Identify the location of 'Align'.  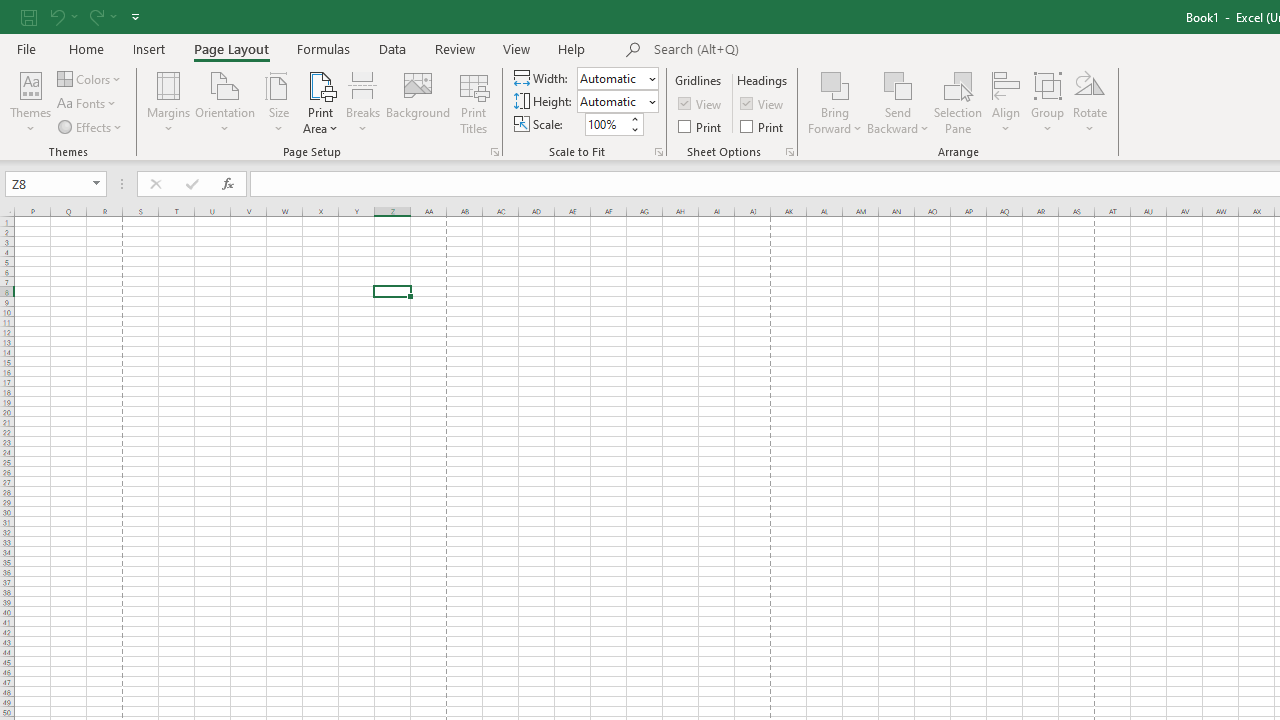
(1006, 103).